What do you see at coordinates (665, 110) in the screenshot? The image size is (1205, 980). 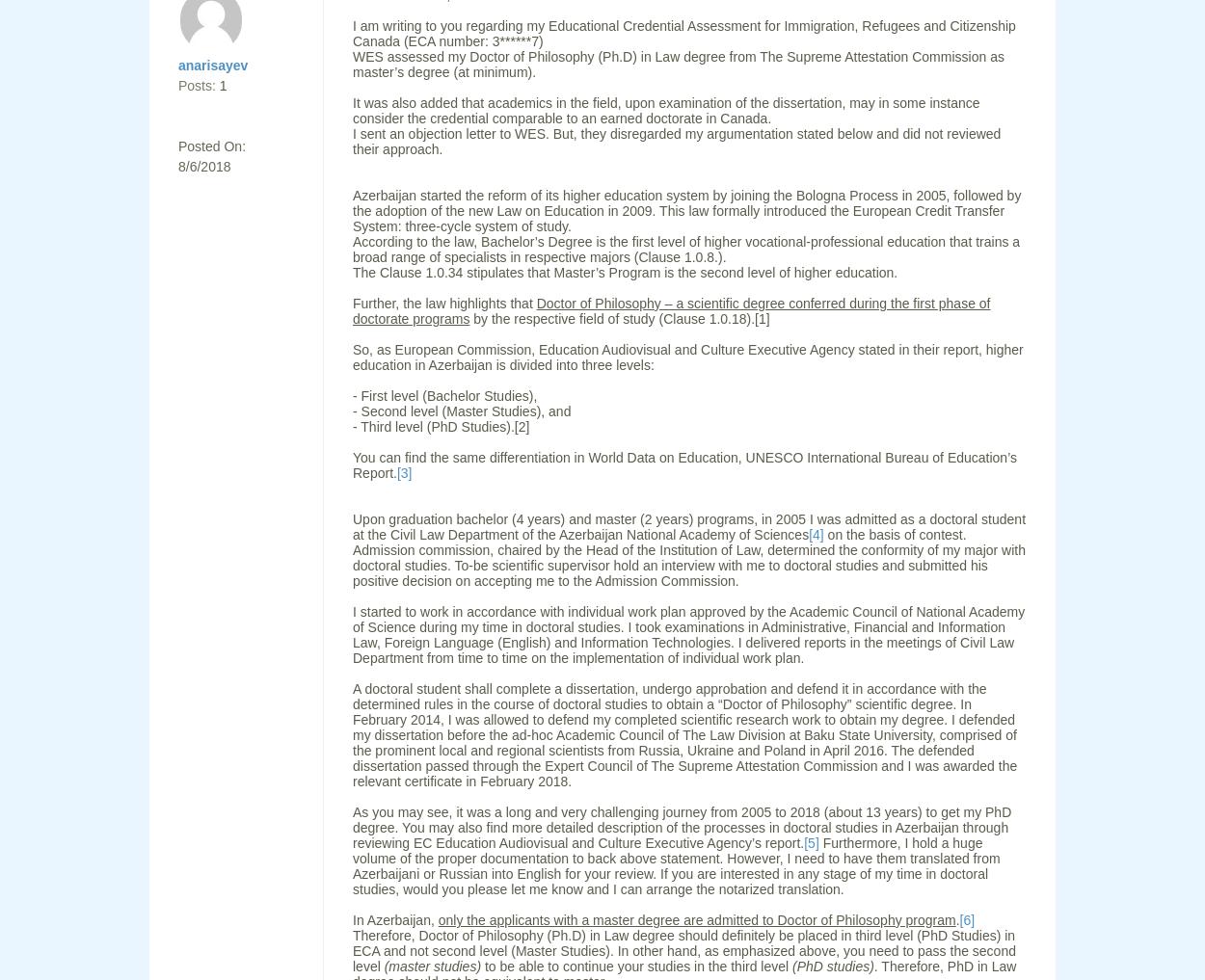 I see `'It was also added that academics in the field, upon examination of the dissertation, may in some instance consider the credential comparable to an earned doctorate in Canada.'` at bounding box center [665, 110].